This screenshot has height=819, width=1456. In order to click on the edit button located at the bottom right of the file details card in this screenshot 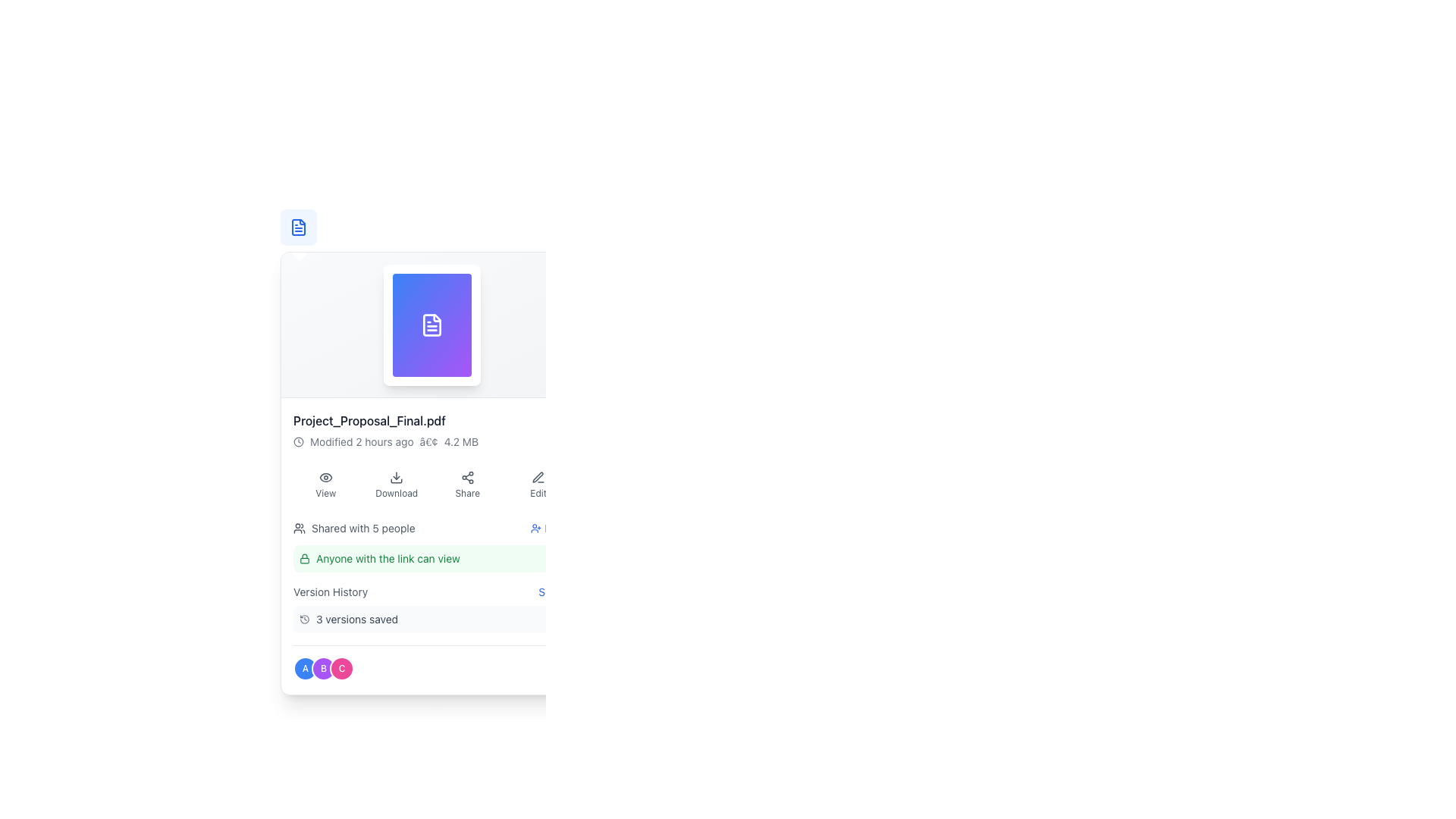, I will do `click(538, 485)`.